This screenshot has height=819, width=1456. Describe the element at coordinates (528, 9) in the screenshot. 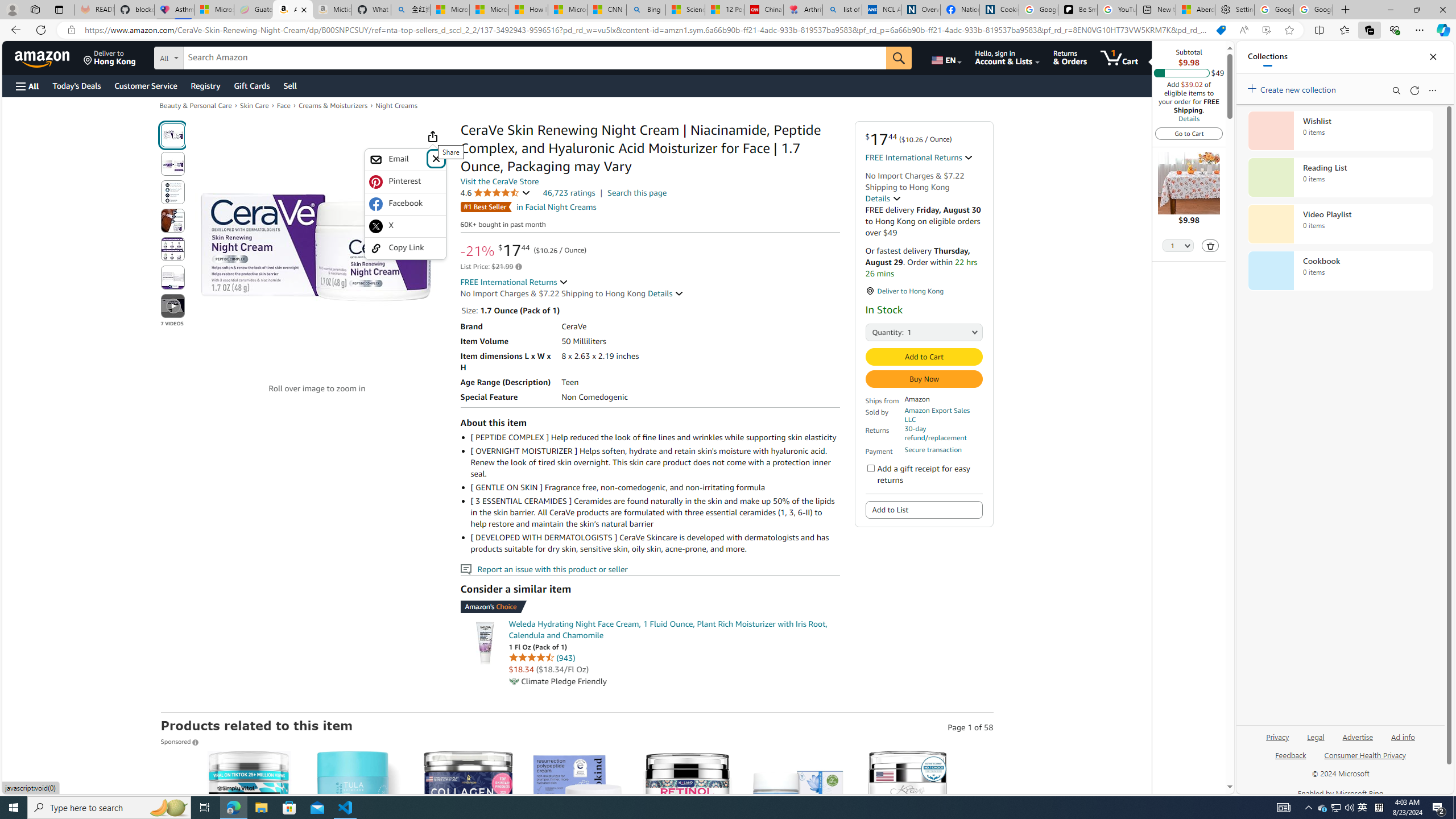

I see `'How I Got Rid of Microsoft Edge'` at that location.